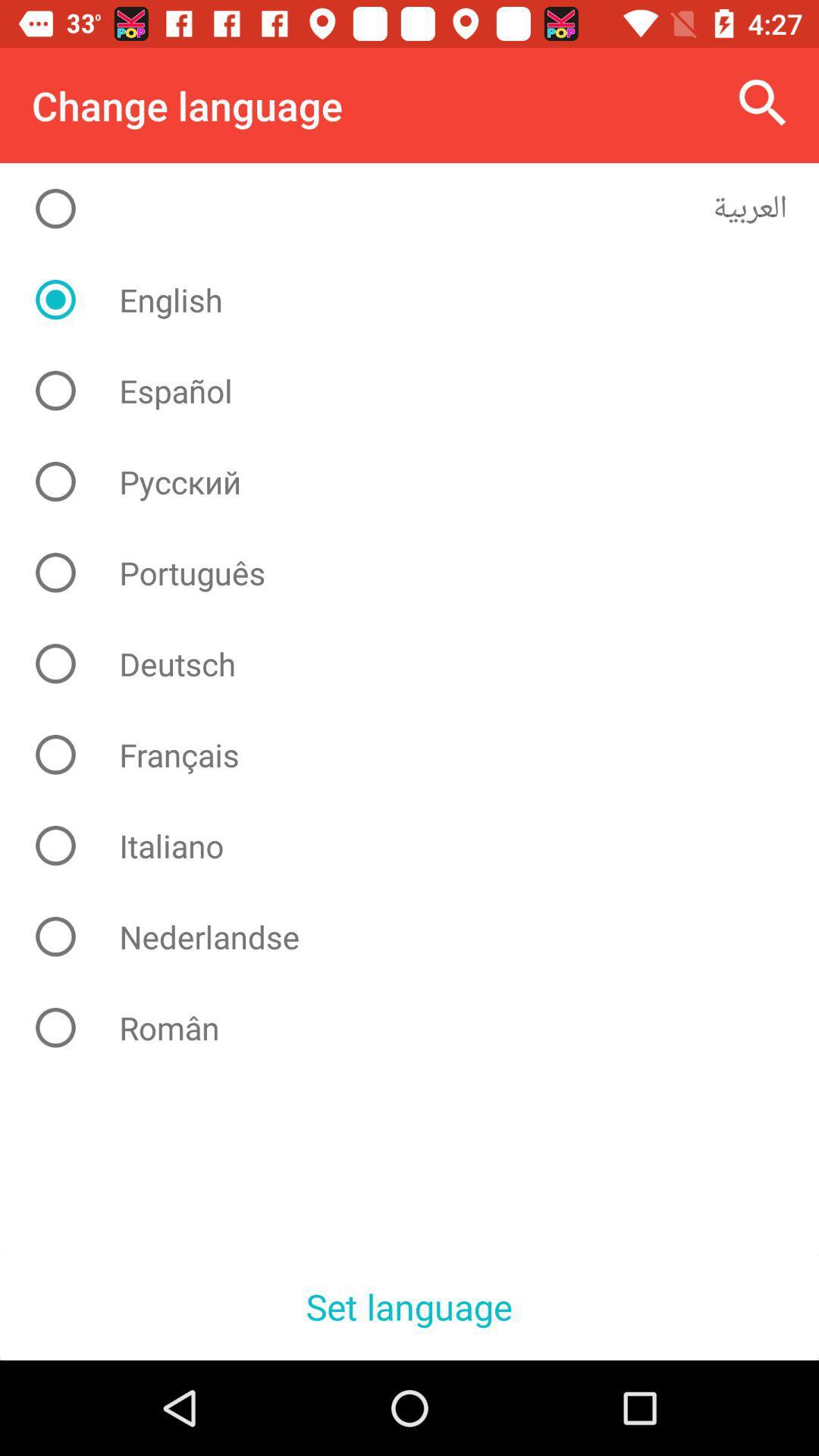  What do you see at coordinates (421, 845) in the screenshot?
I see `the italiano item` at bounding box center [421, 845].